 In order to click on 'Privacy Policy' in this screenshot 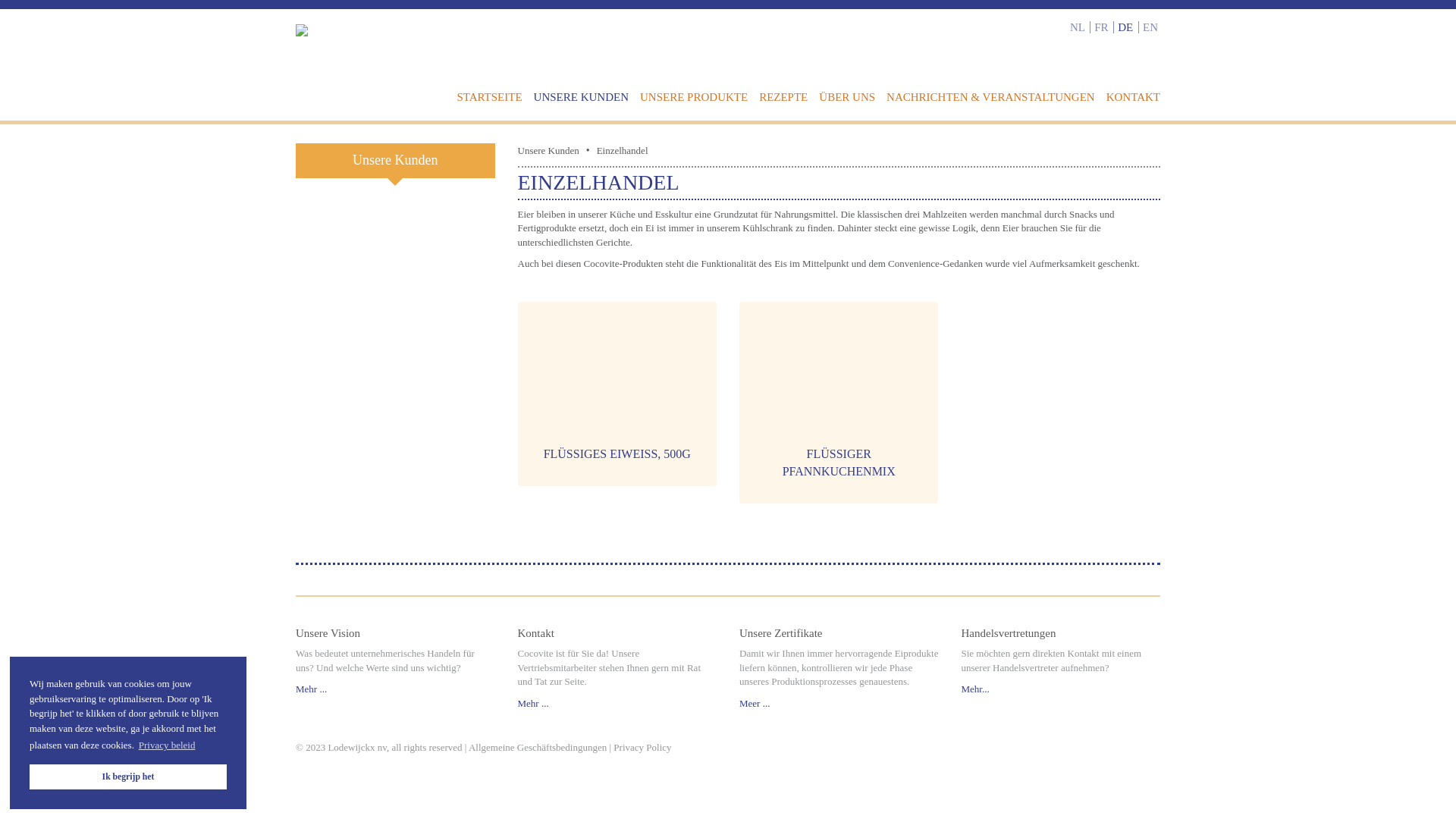, I will do `click(642, 746)`.